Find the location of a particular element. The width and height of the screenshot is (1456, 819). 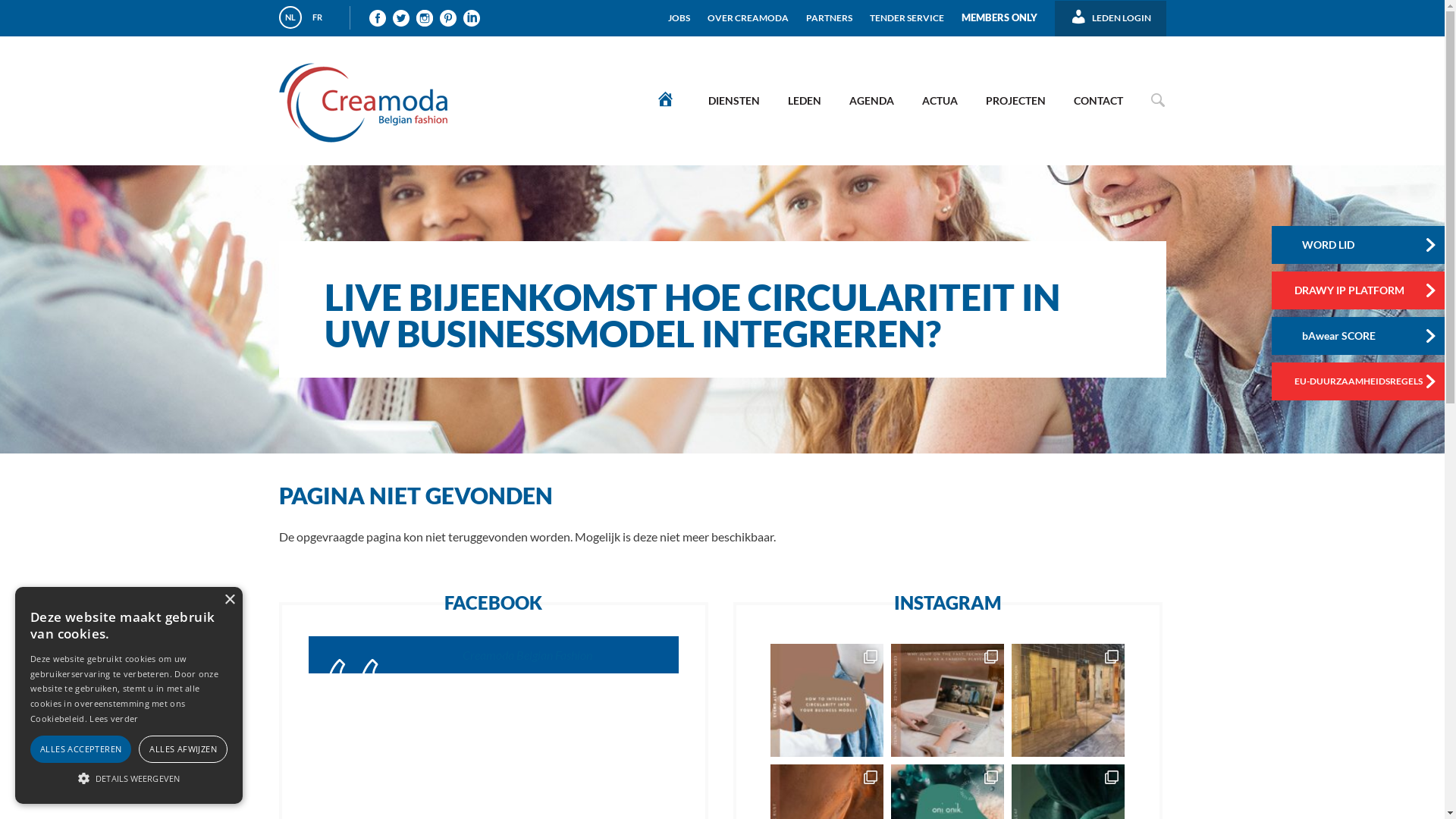

'JOBS' is located at coordinates (678, 11).